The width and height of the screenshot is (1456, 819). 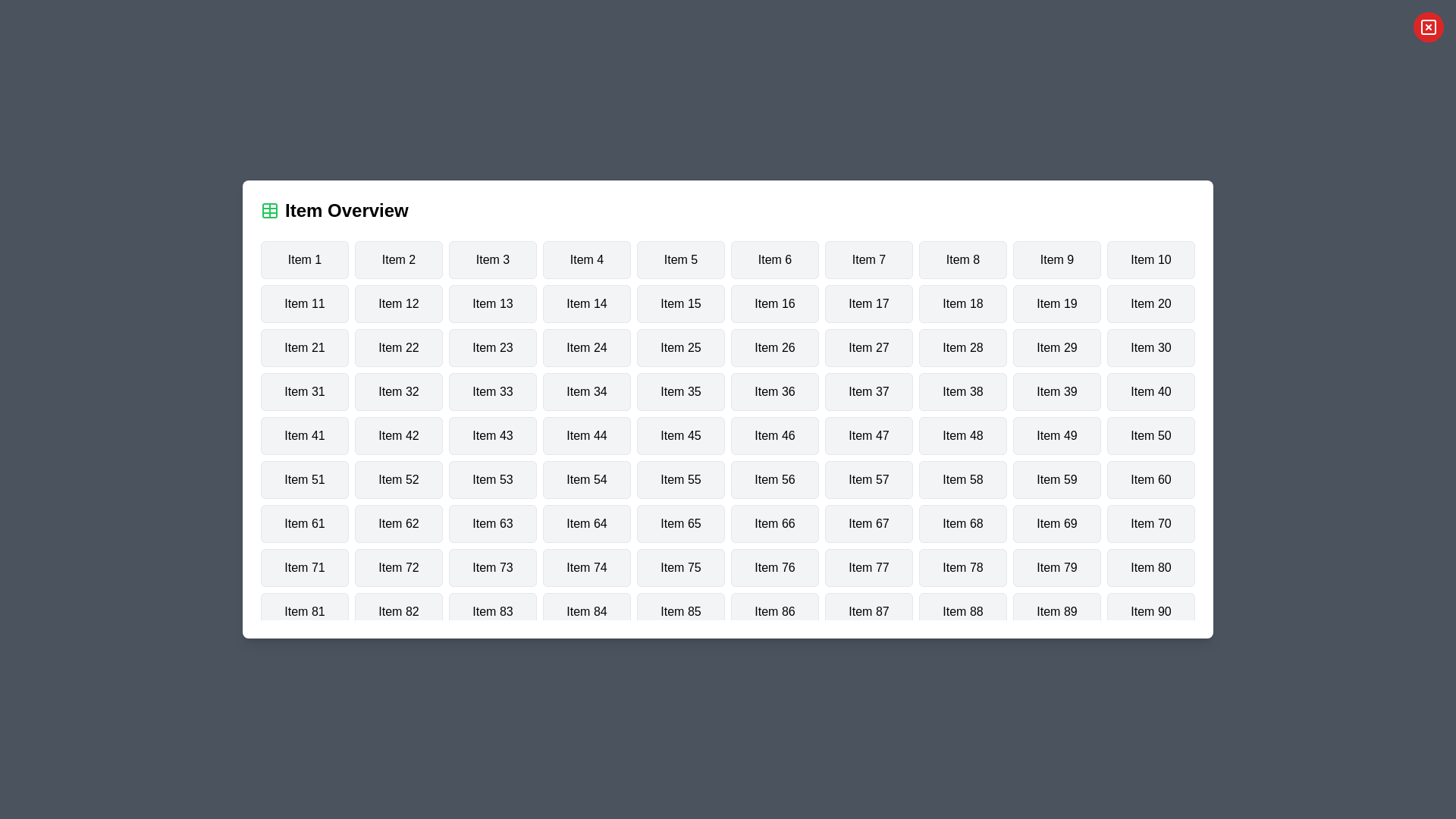 I want to click on close button to close the dialog, so click(x=1427, y=27).